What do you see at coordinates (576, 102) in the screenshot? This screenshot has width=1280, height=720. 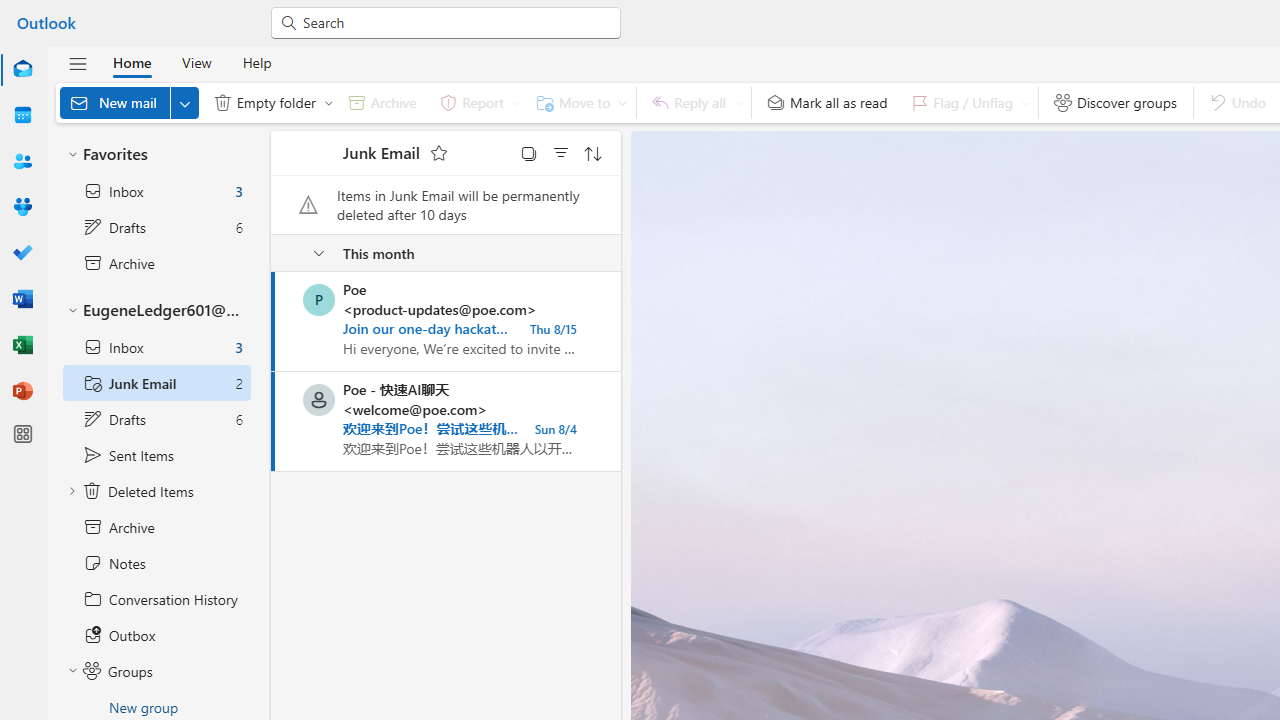 I see `'Move to'` at bounding box center [576, 102].